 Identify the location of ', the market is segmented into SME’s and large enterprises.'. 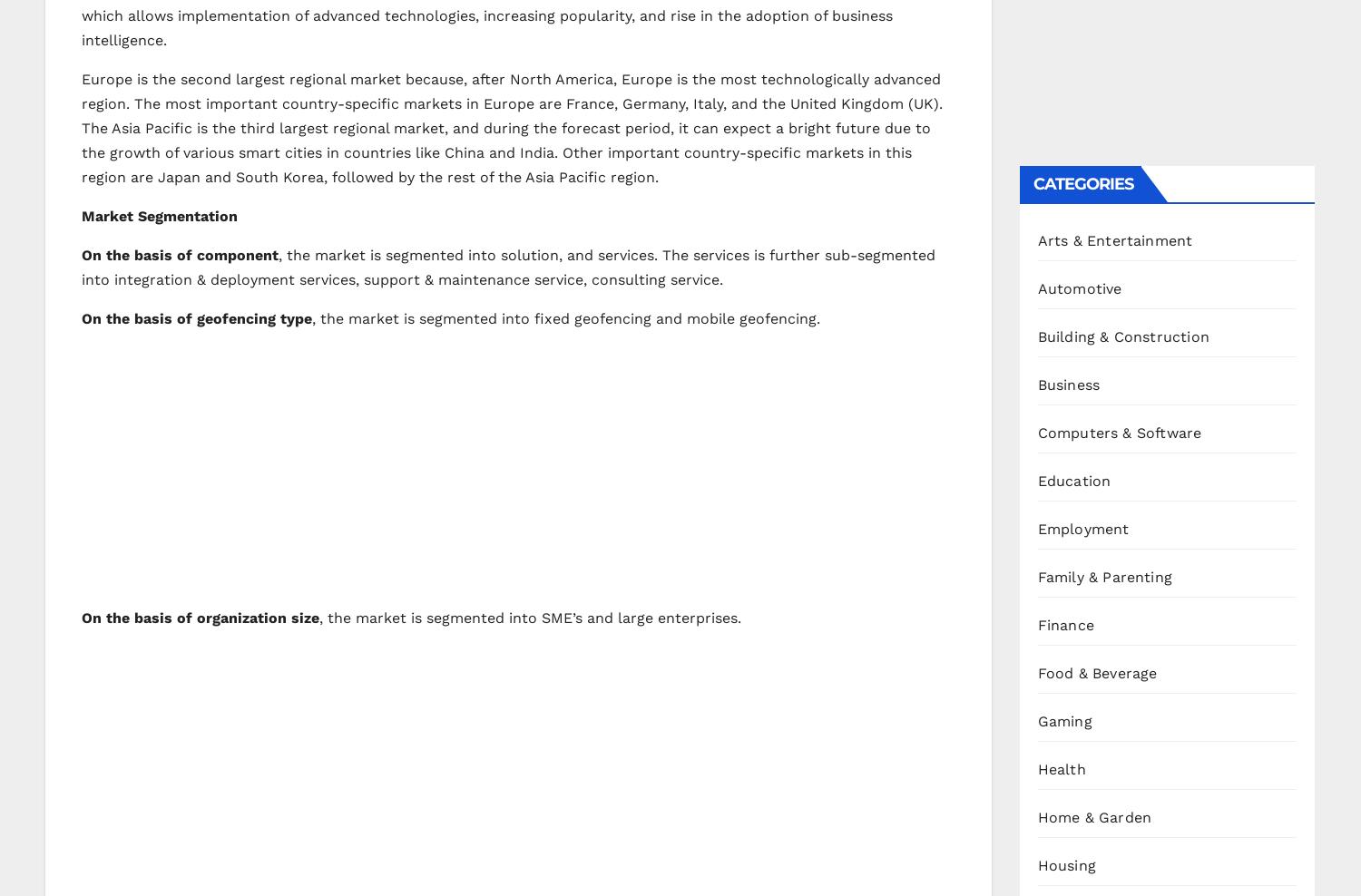
(529, 617).